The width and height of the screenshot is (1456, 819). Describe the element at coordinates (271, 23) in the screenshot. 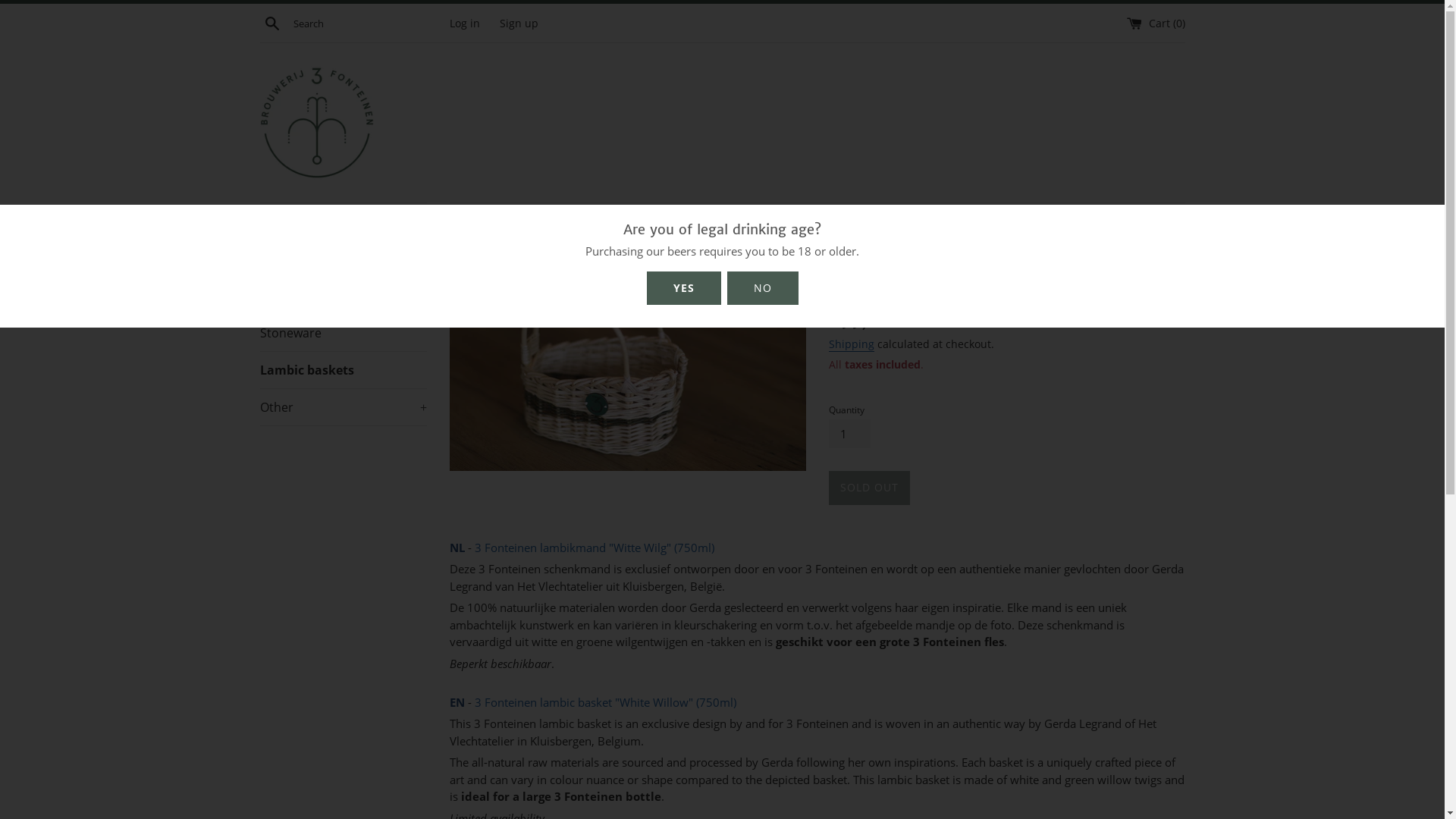

I see `'Search'` at that location.